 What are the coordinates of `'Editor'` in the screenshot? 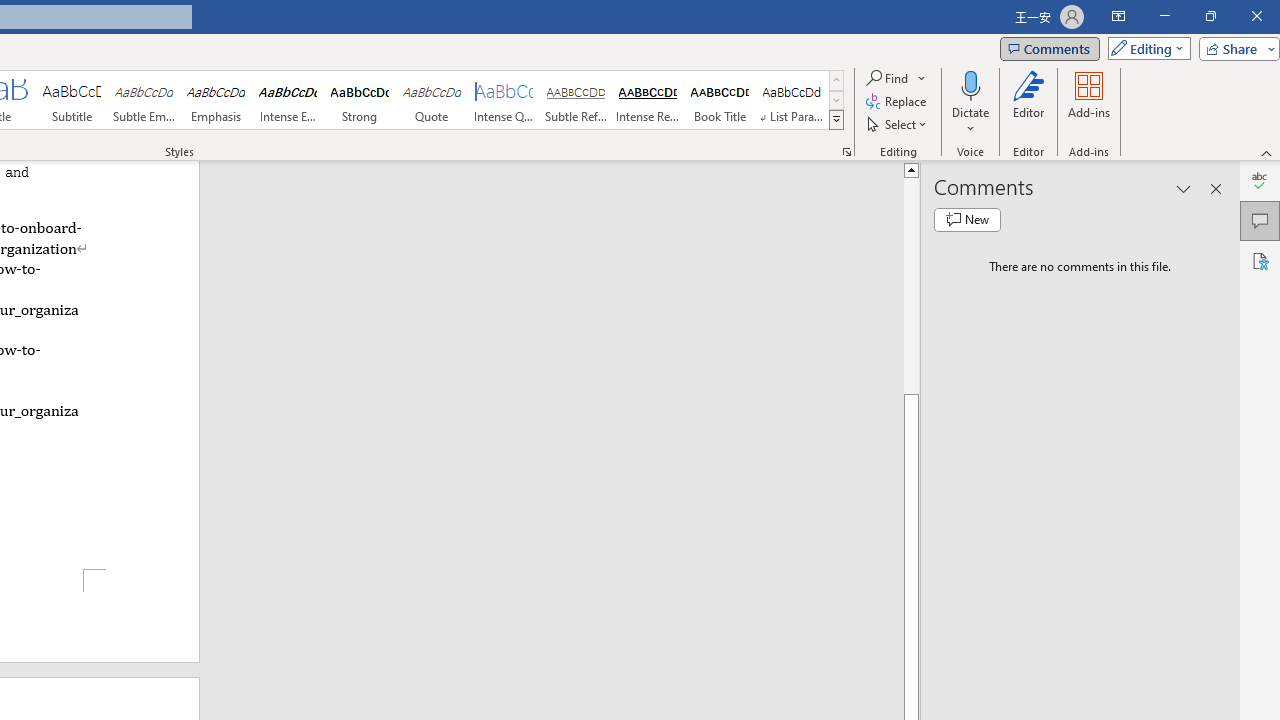 It's located at (1029, 103).